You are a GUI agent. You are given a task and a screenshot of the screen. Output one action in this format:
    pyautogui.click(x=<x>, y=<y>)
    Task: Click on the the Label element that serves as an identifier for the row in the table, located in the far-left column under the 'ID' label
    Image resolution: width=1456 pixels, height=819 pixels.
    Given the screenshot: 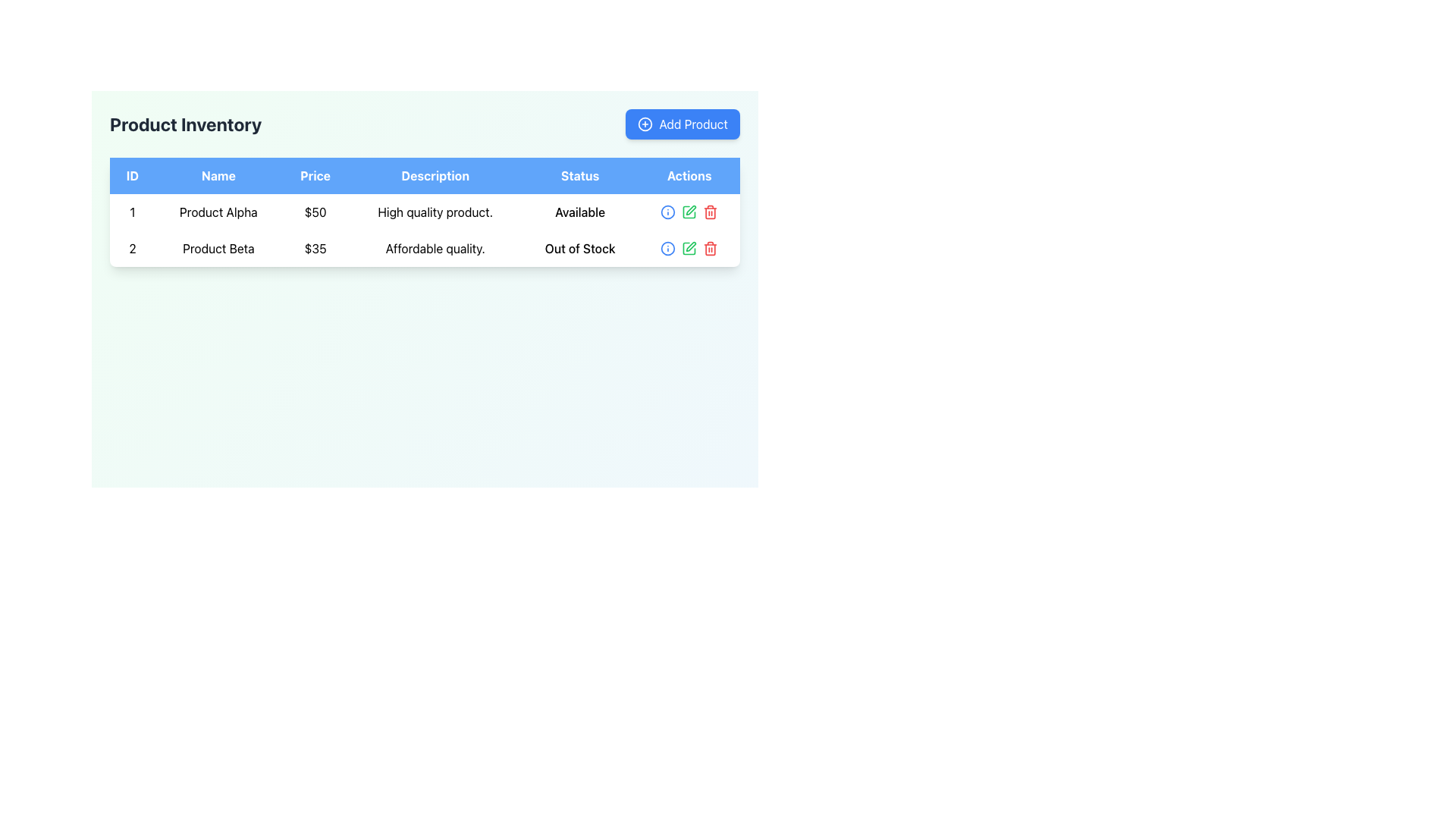 What is the action you would take?
    pyautogui.click(x=132, y=212)
    